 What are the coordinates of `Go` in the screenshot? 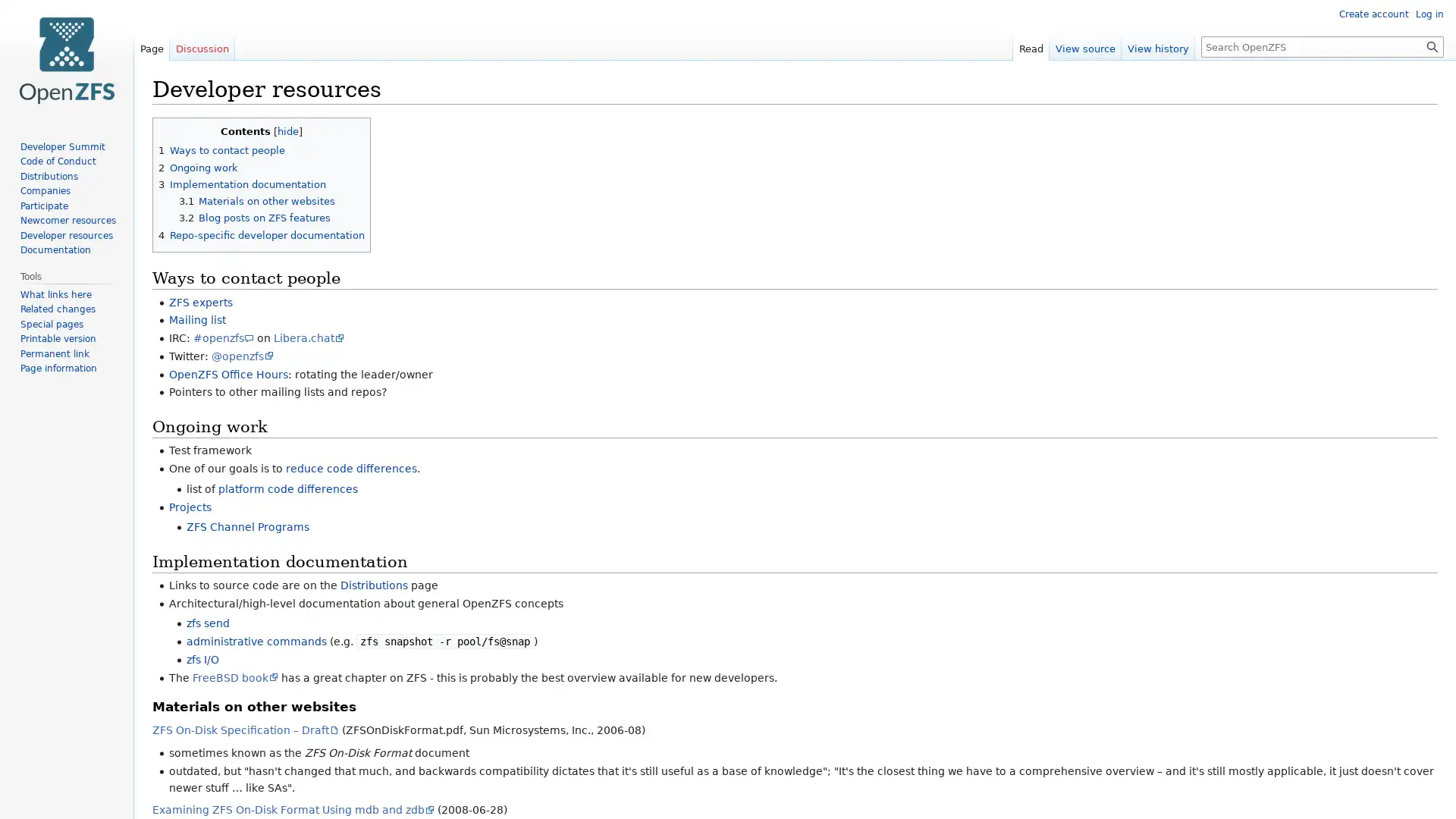 It's located at (1432, 45).